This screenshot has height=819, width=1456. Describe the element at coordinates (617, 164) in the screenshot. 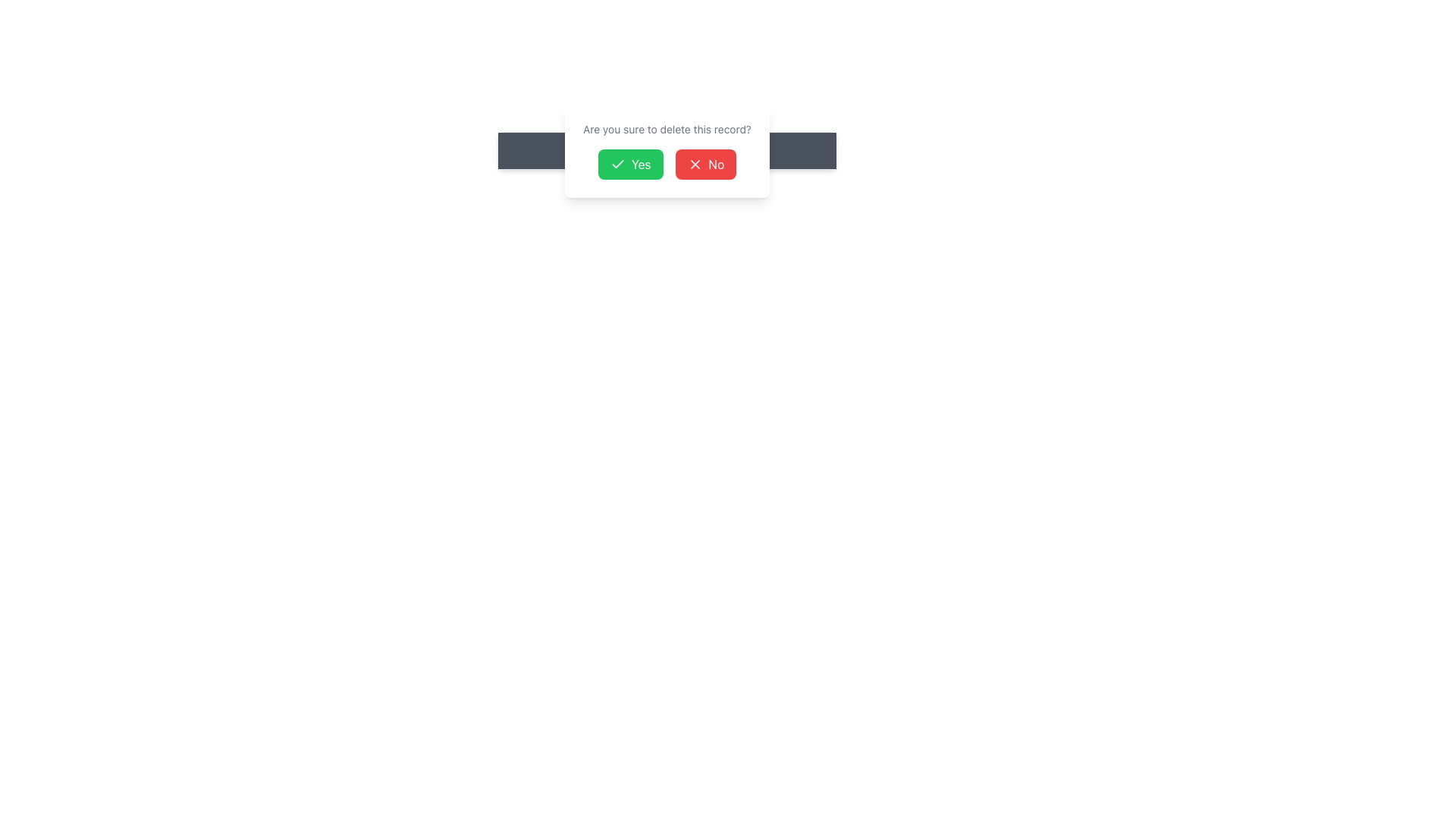

I see `the checkmark SVG icon within the green 'Yes' button for visual confirmation` at that location.